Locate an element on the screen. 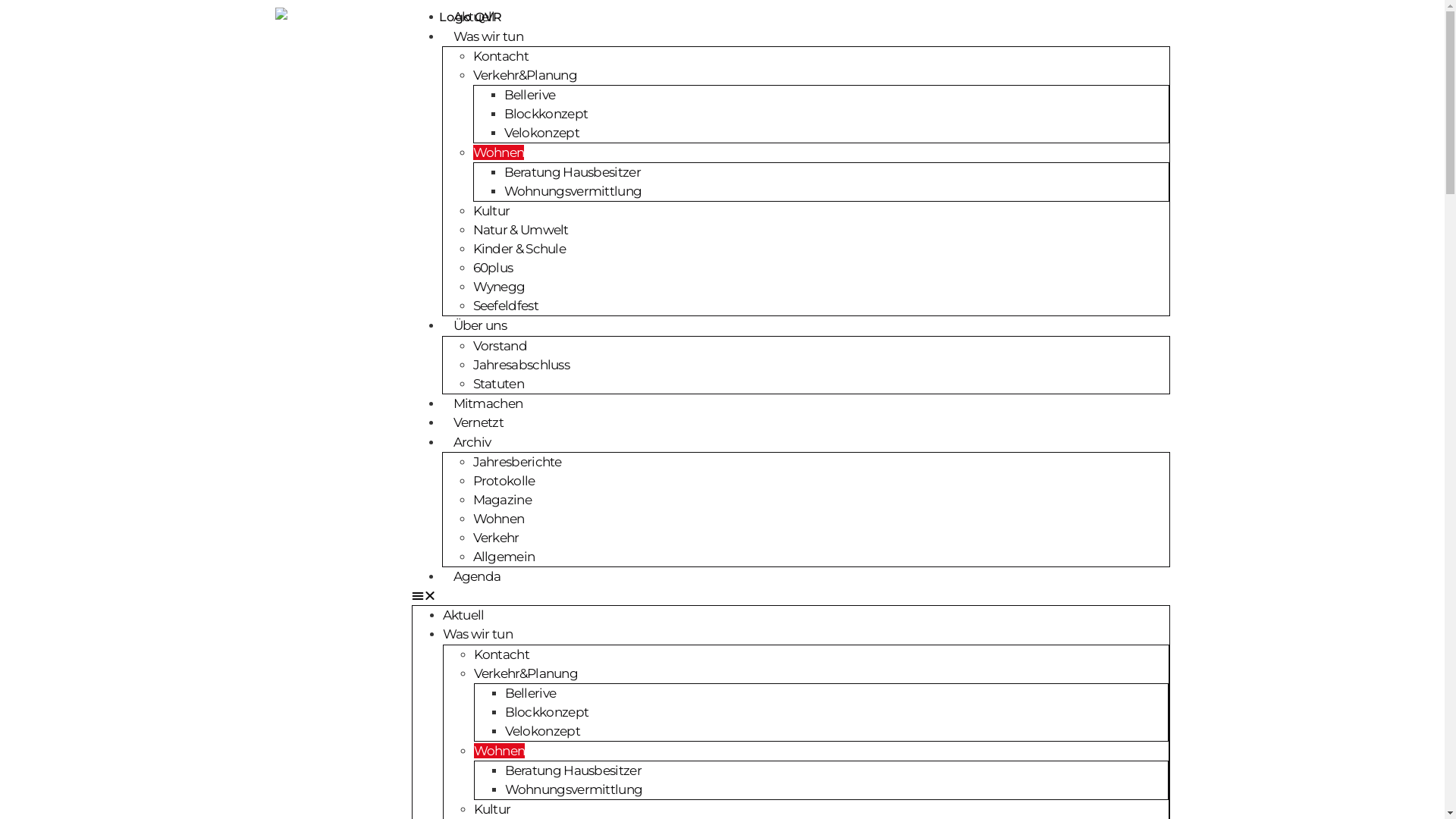  'Was wir tun' is located at coordinates (476, 634).